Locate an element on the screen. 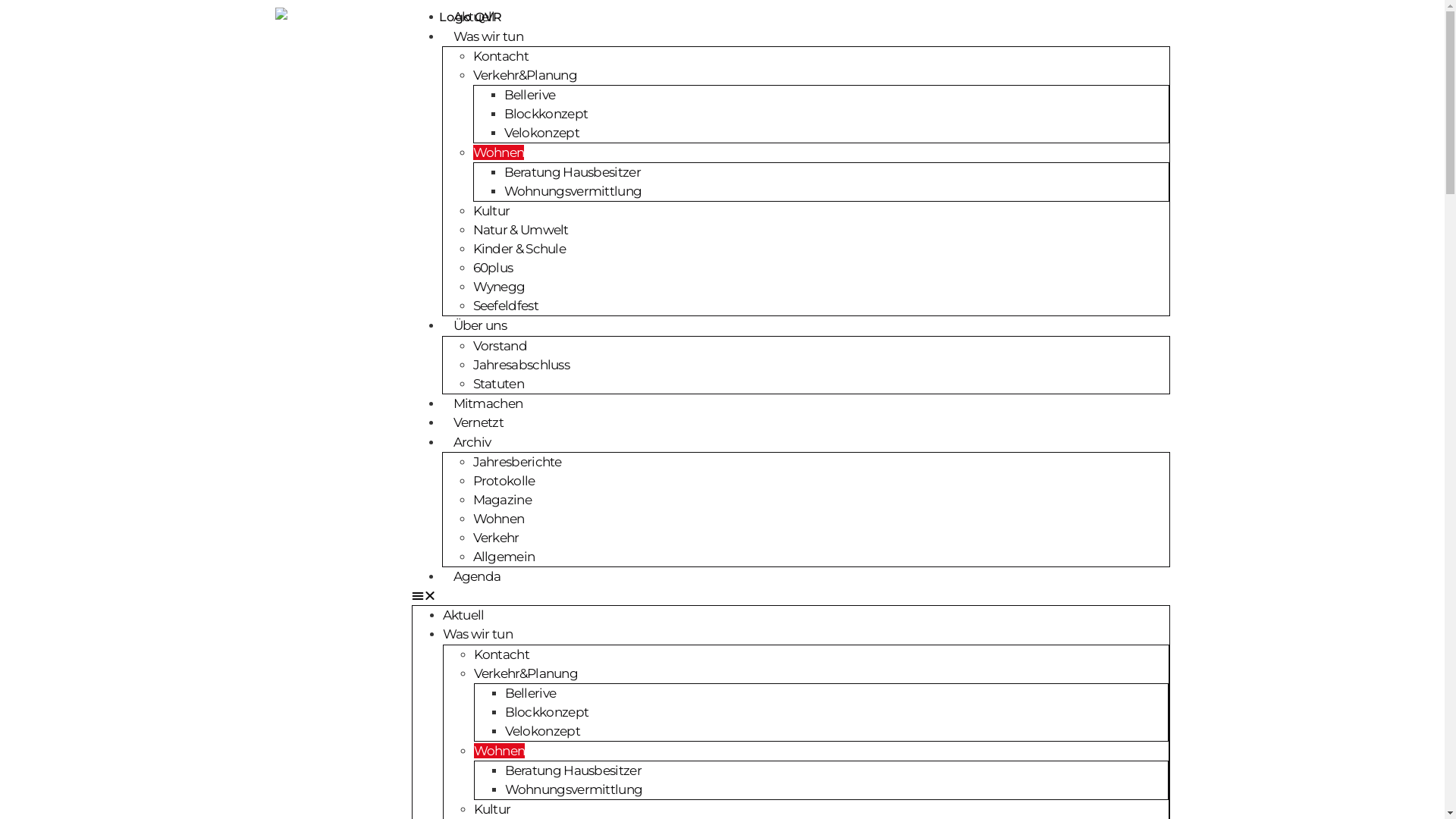  'Was wir tun' is located at coordinates (476, 634).